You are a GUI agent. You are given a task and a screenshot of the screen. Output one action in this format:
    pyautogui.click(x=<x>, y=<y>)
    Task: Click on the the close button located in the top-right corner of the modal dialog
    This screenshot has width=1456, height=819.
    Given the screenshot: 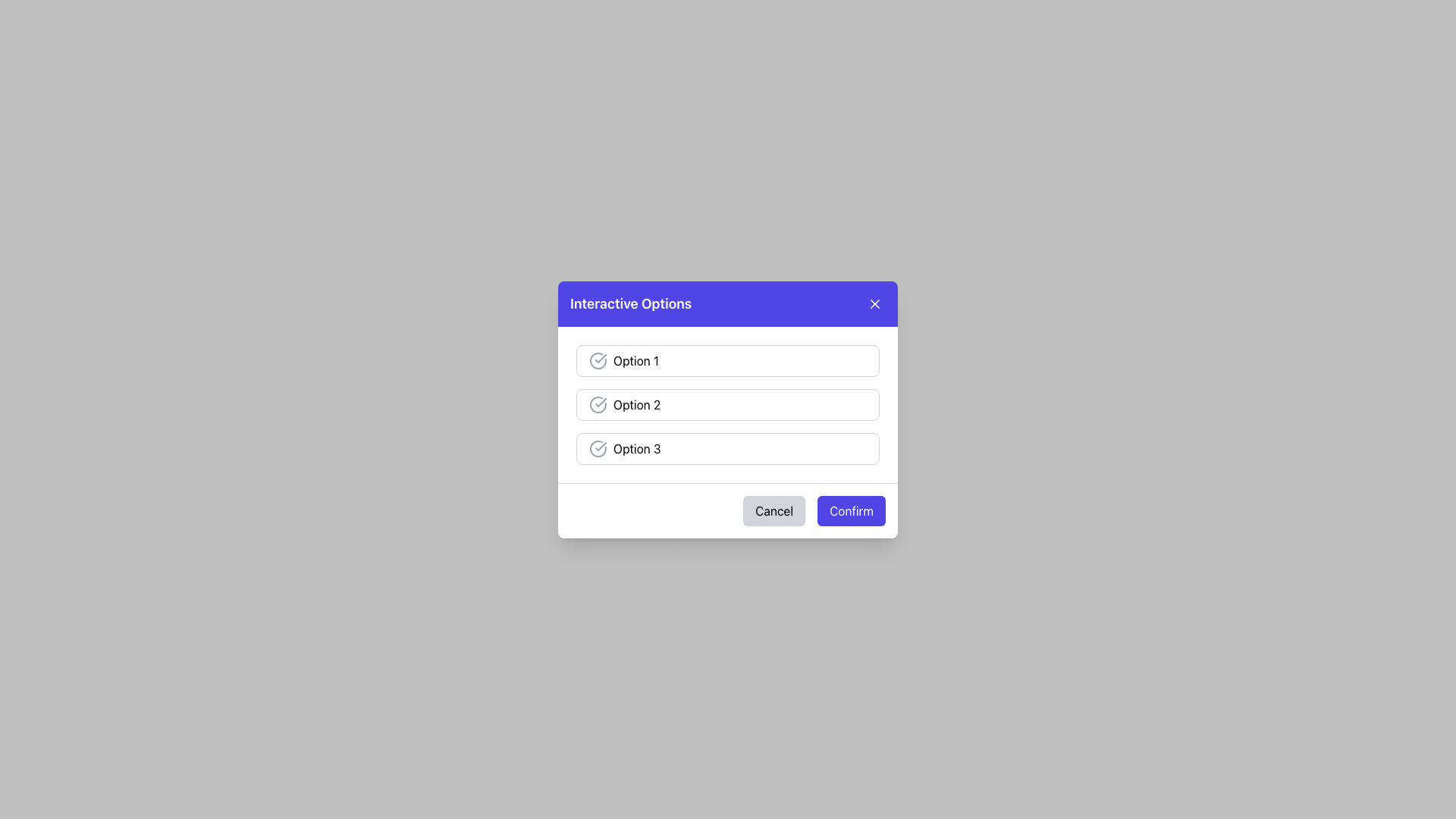 What is the action you would take?
    pyautogui.click(x=874, y=303)
    